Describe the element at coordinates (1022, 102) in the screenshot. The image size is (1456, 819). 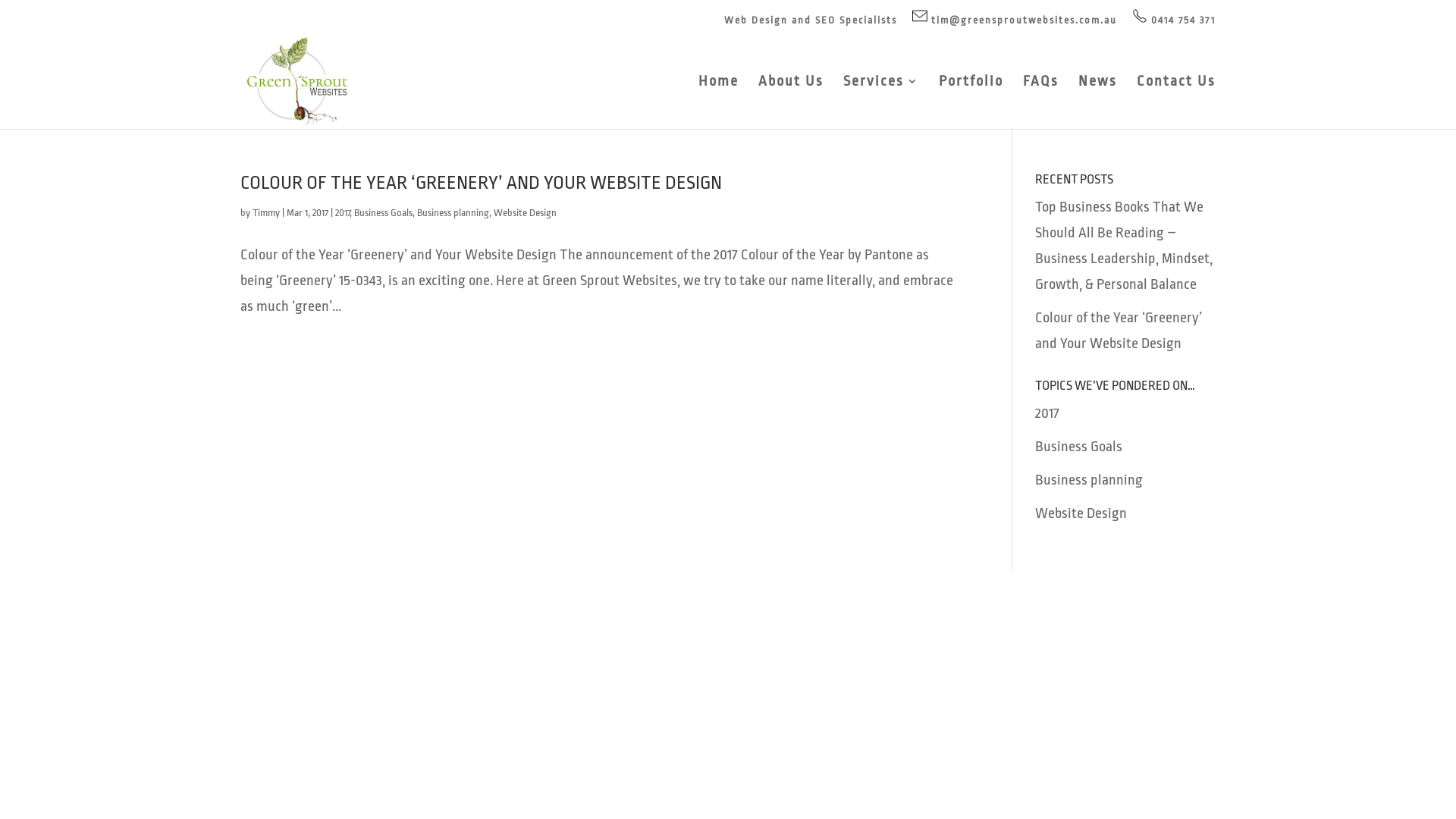
I see `'FAQs'` at that location.